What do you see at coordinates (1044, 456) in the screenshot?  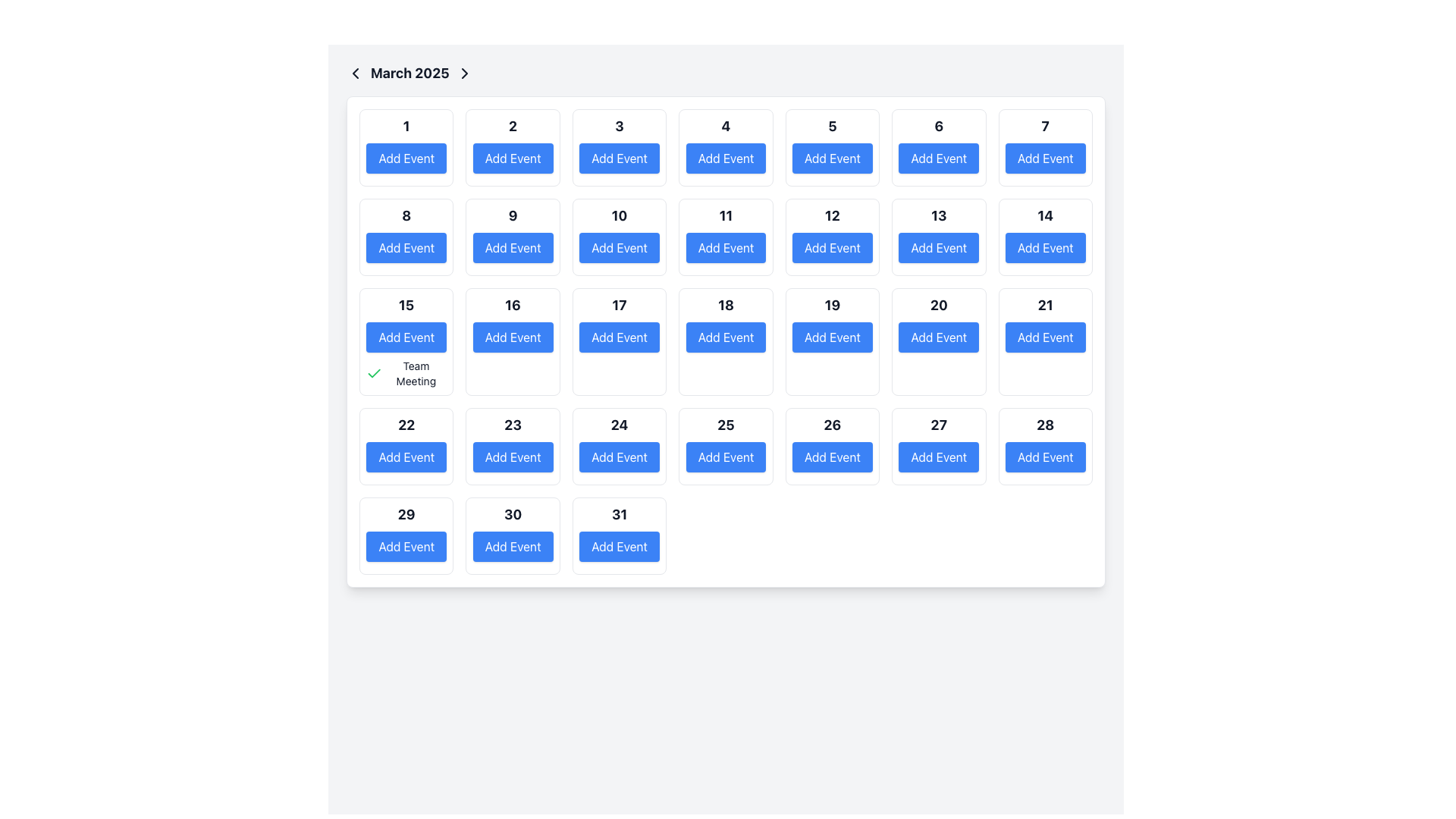 I see `the button located in the bottom-right corner of the calendar grid for March 2025, under the date '28', to initiate adding an event` at bounding box center [1044, 456].